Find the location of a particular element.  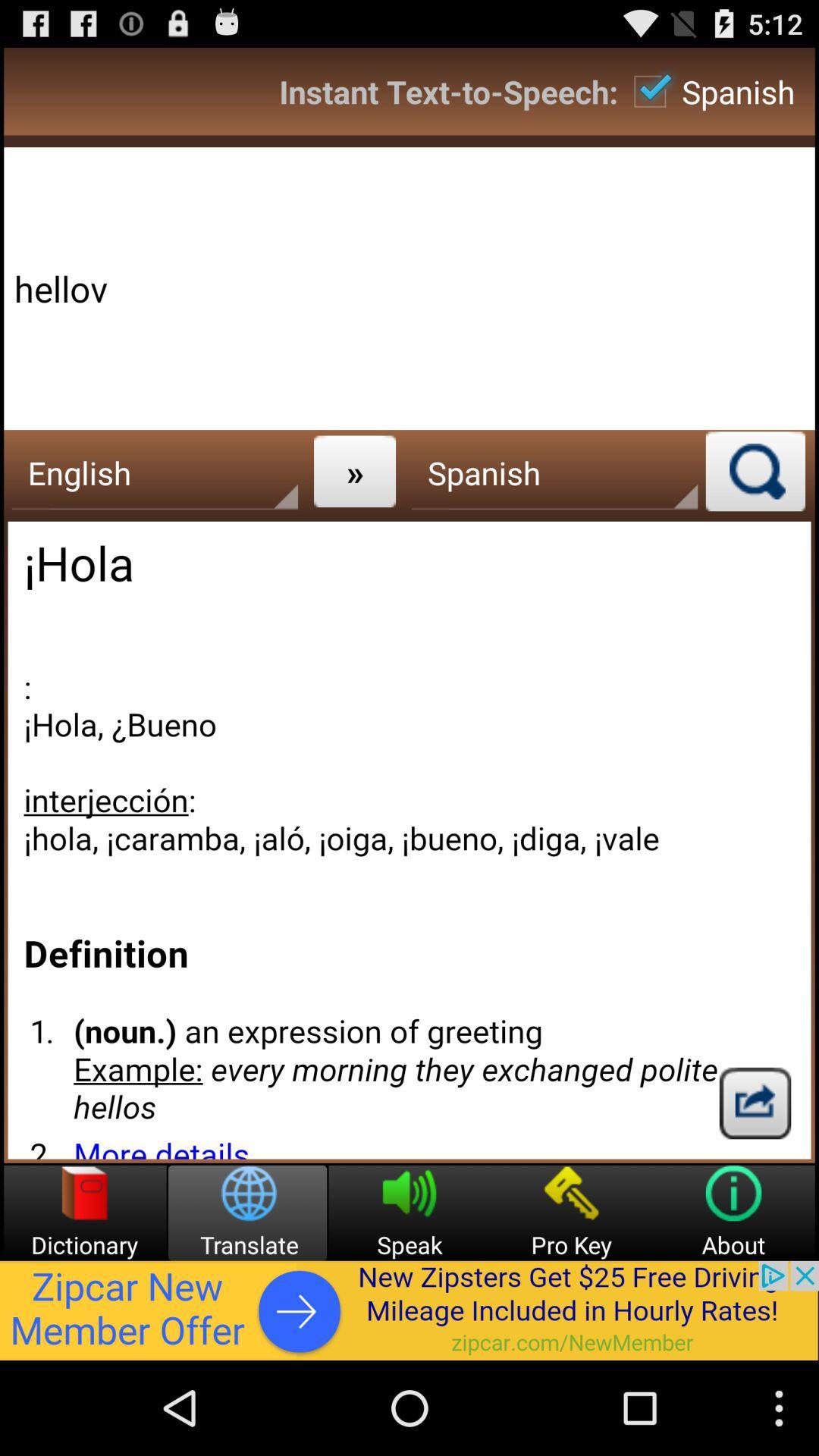

share page is located at coordinates (755, 1103).